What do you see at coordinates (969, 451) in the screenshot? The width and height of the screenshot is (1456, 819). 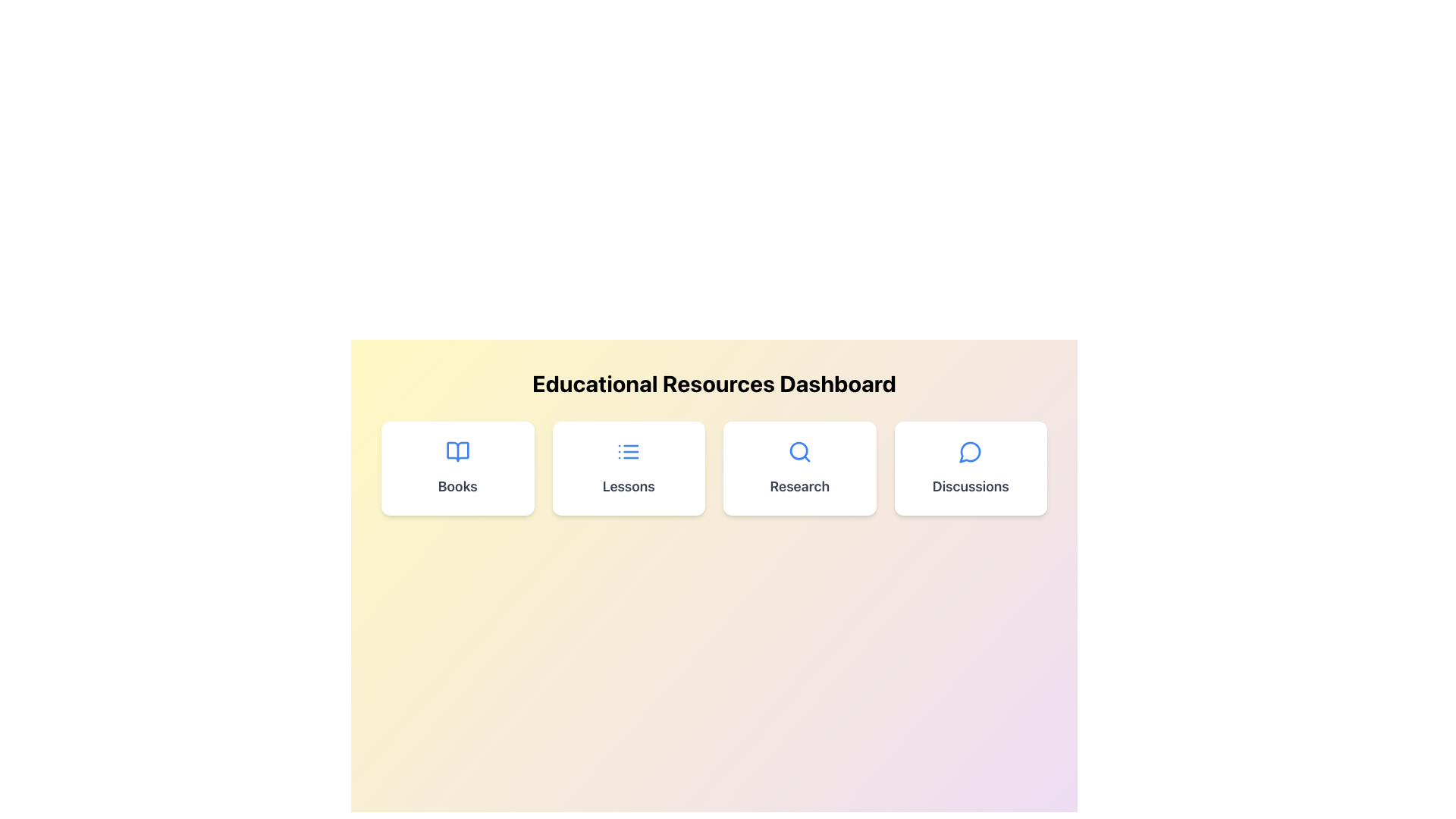 I see `the speech bubble icon, which is a solid blue graphical representation located in the 'Discussions' section of the dashboard` at bounding box center [969, 451].